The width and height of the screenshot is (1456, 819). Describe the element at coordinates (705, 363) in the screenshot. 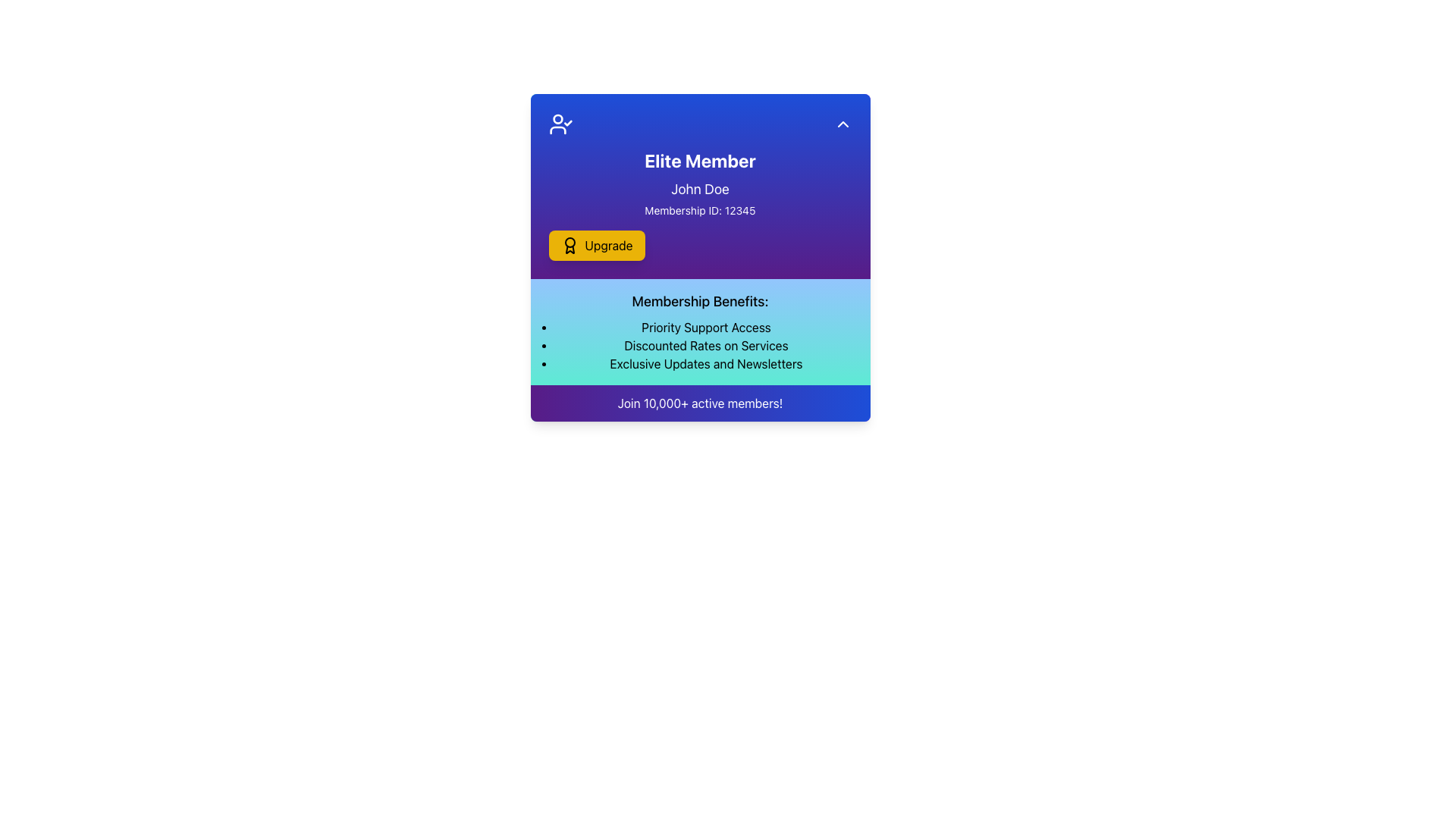

I see `the third text label in the 'Membership Benefits' section that informs users about receiving exclusive updates and newsletters` at that location.